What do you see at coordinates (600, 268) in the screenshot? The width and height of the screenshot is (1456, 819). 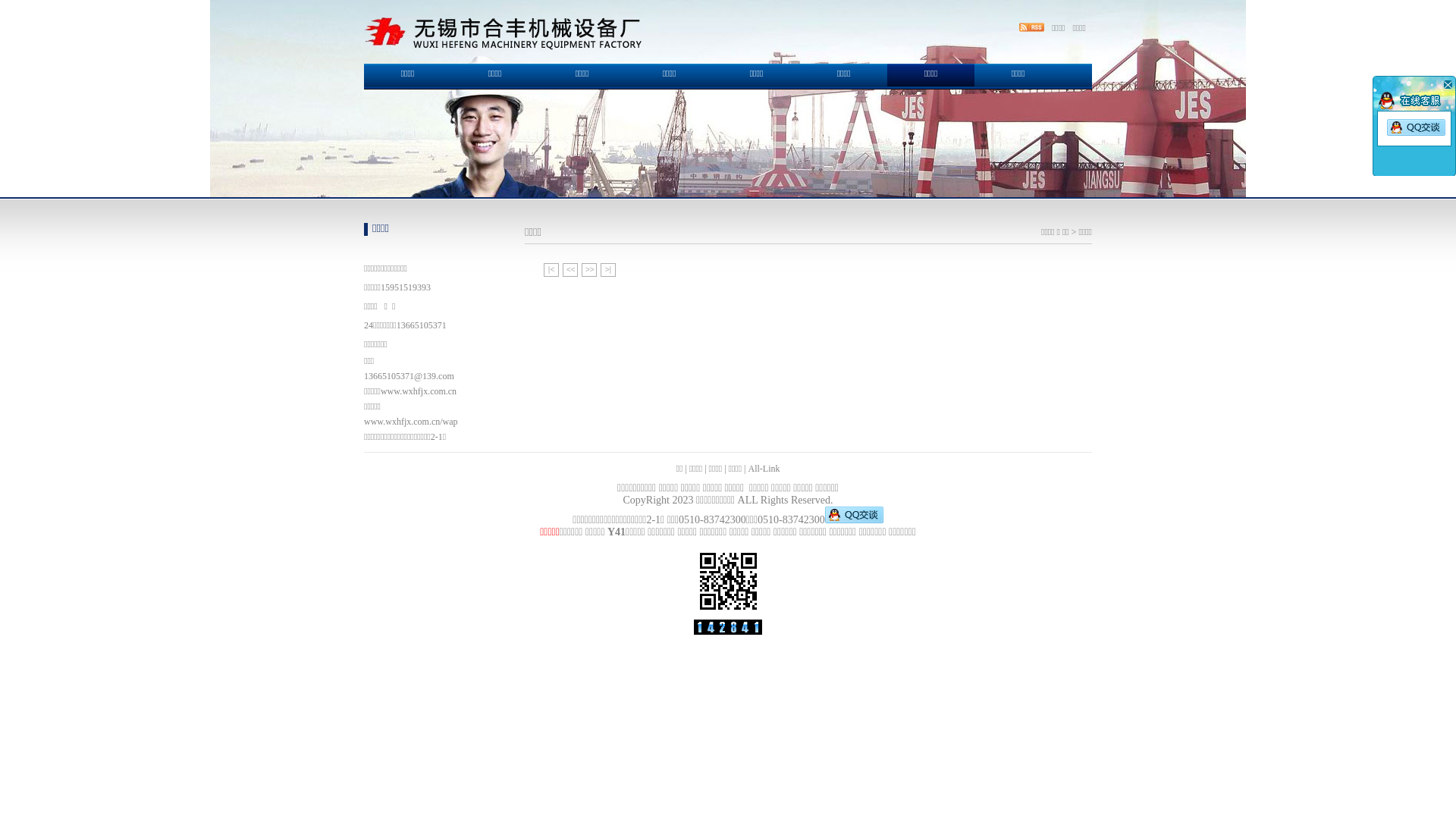 I see `'>|'` at bounding box center [600, 268].